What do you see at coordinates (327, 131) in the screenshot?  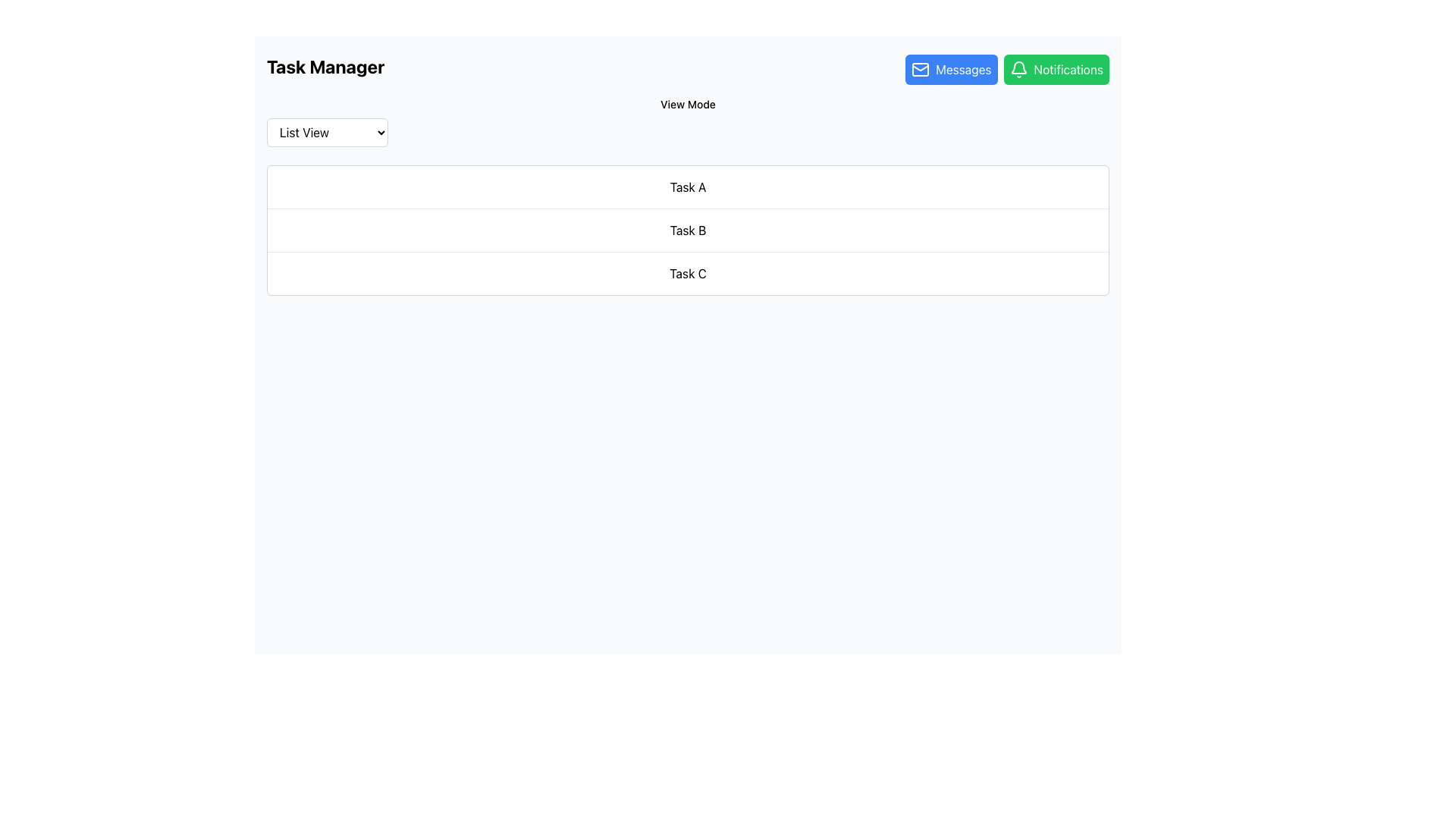 I see `the dropdown menu labeled 'List View'` at bounding box center [327, 131].